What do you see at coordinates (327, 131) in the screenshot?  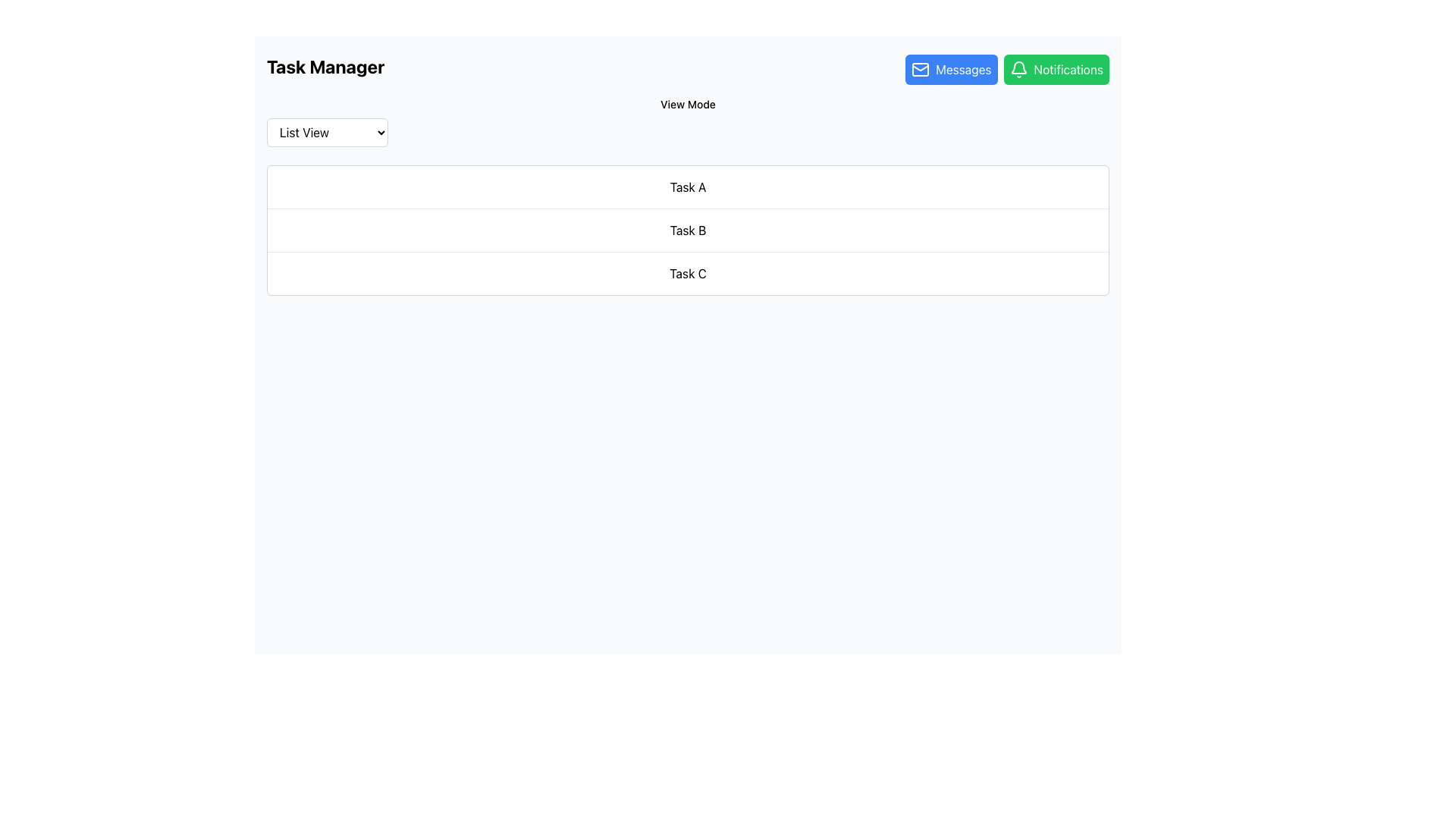 I see `the dropdown menu labeled 'List View'` at bounding box center [327, 131].